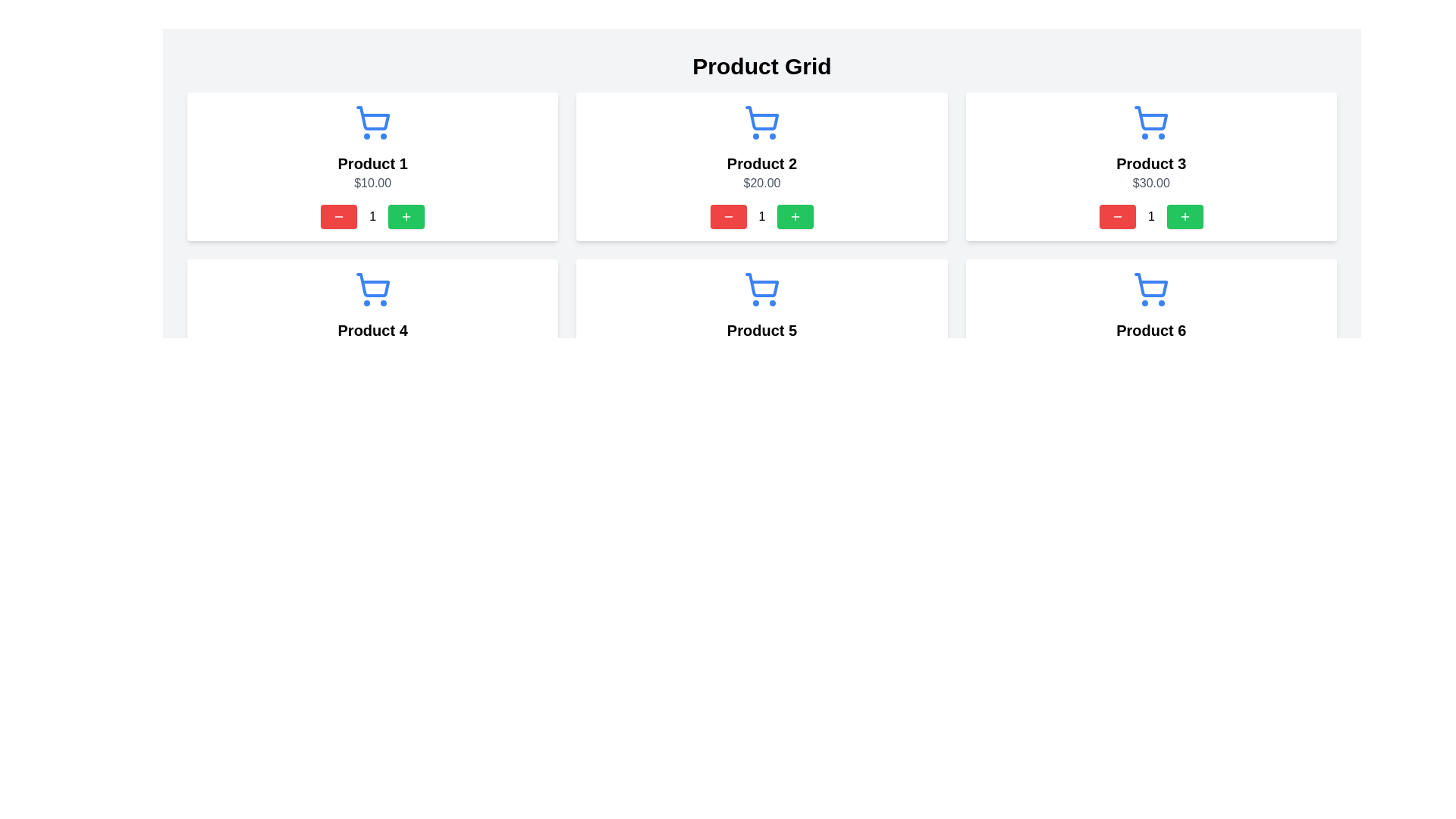 The image size is (1456, 819). What do you see at coordinates (372, 122) in the screenshot?
I see `the shopping cart icon, which is a bright blue minimalist design located above the product title and price for 'Product 1'` at bounding box center [372, 122].